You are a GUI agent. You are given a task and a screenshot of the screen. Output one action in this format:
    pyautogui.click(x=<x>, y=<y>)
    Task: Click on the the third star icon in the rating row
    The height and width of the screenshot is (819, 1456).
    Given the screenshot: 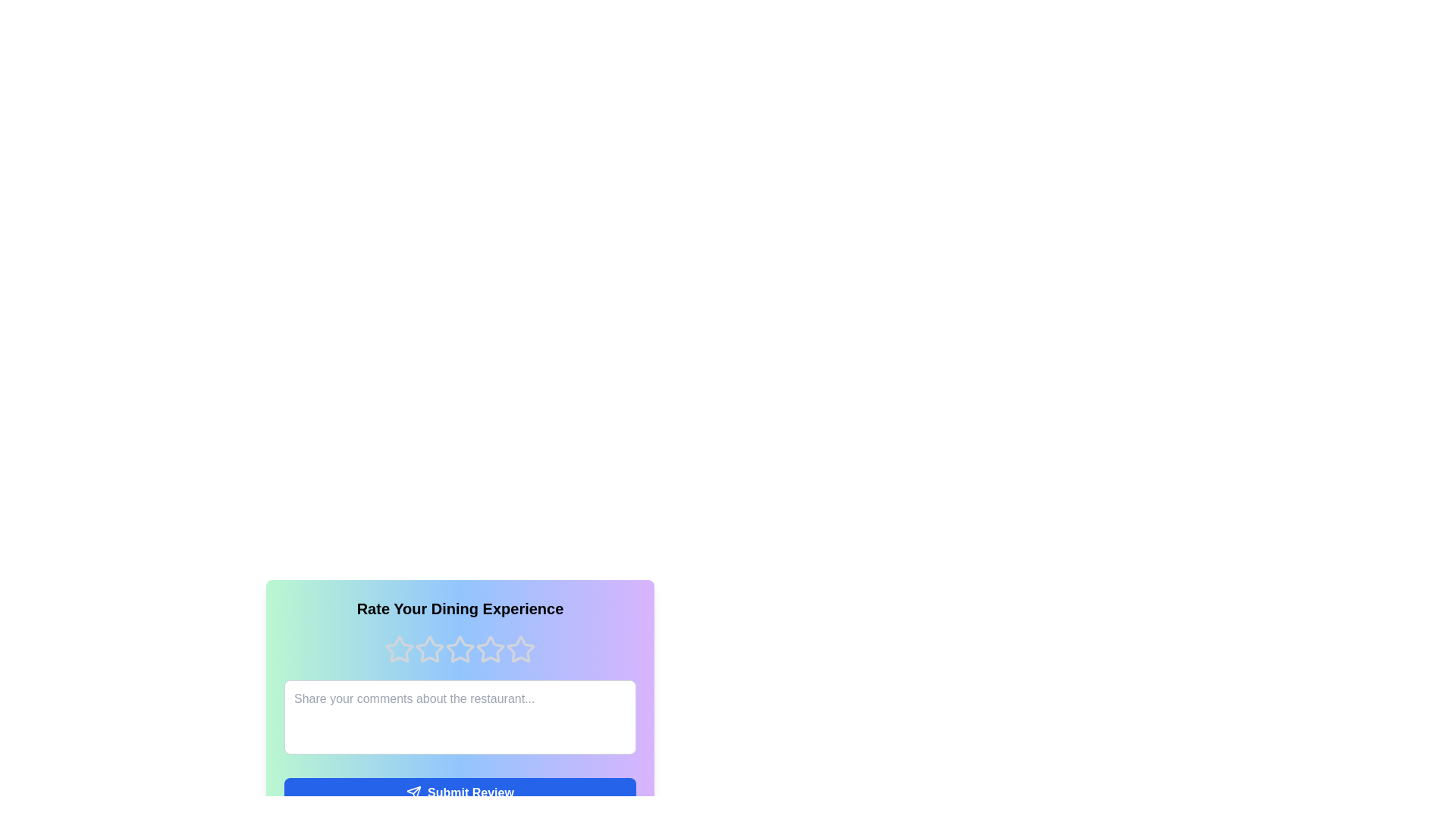 What is the action you would take?
    pyautogui.click(x=459, y=648)
    